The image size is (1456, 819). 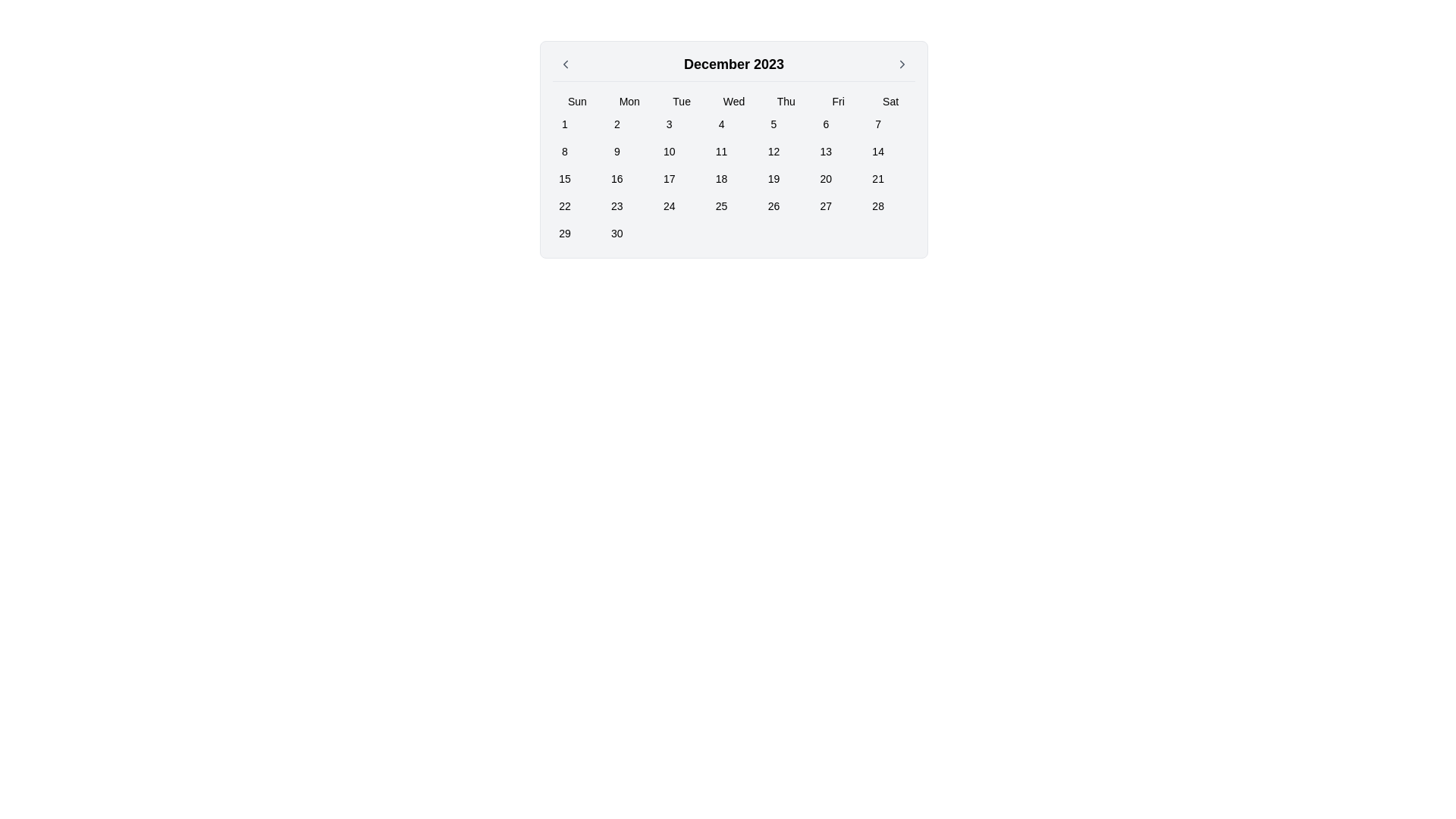 What do you see at coordinates (563, 152) in the screenshot?
I see `the button representing the day '8'` at bounding box center [563, 152].